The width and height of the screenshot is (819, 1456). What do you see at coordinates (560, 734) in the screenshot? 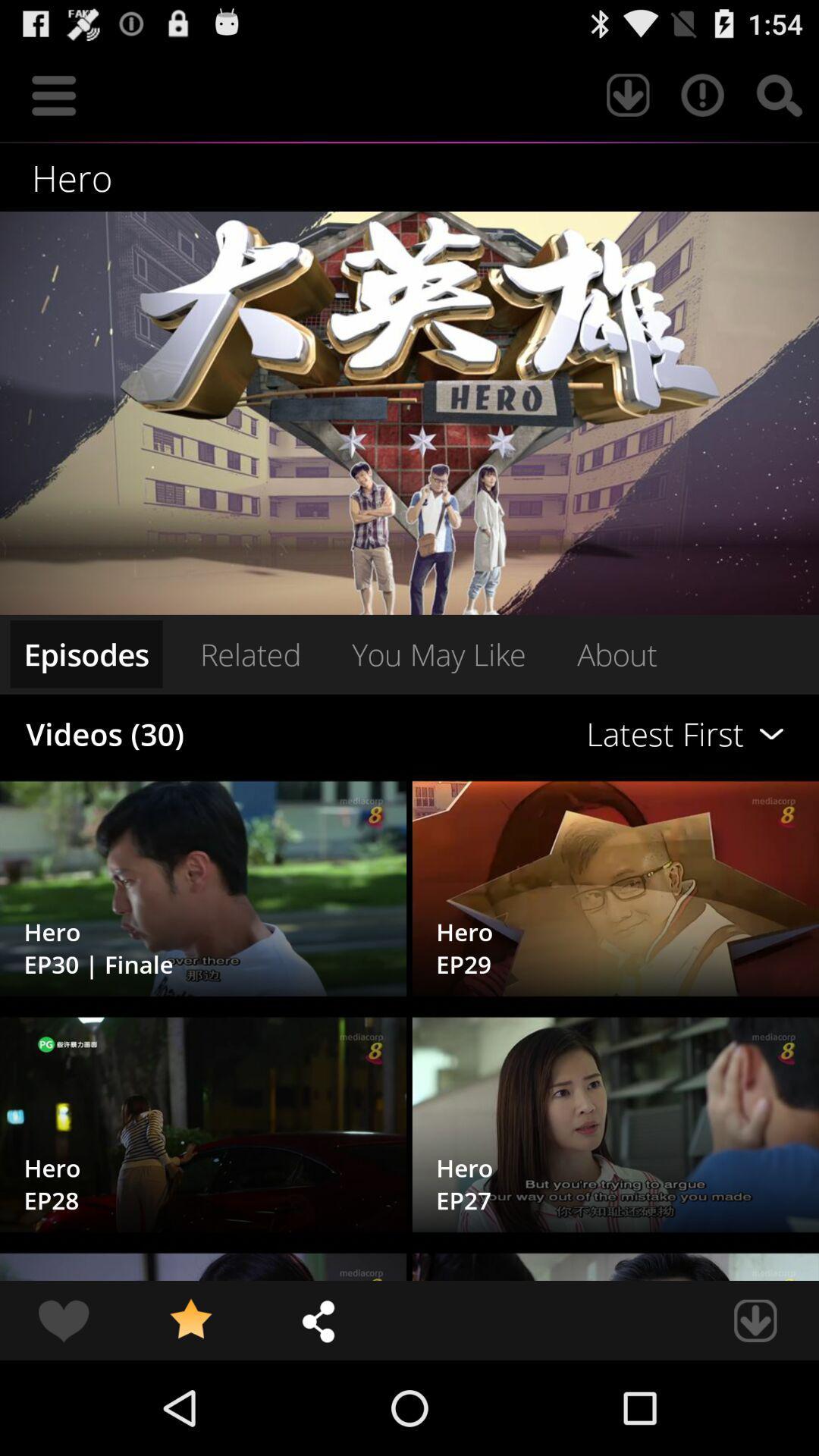
I see `the icon below related item` at bounding box center [560, 734].